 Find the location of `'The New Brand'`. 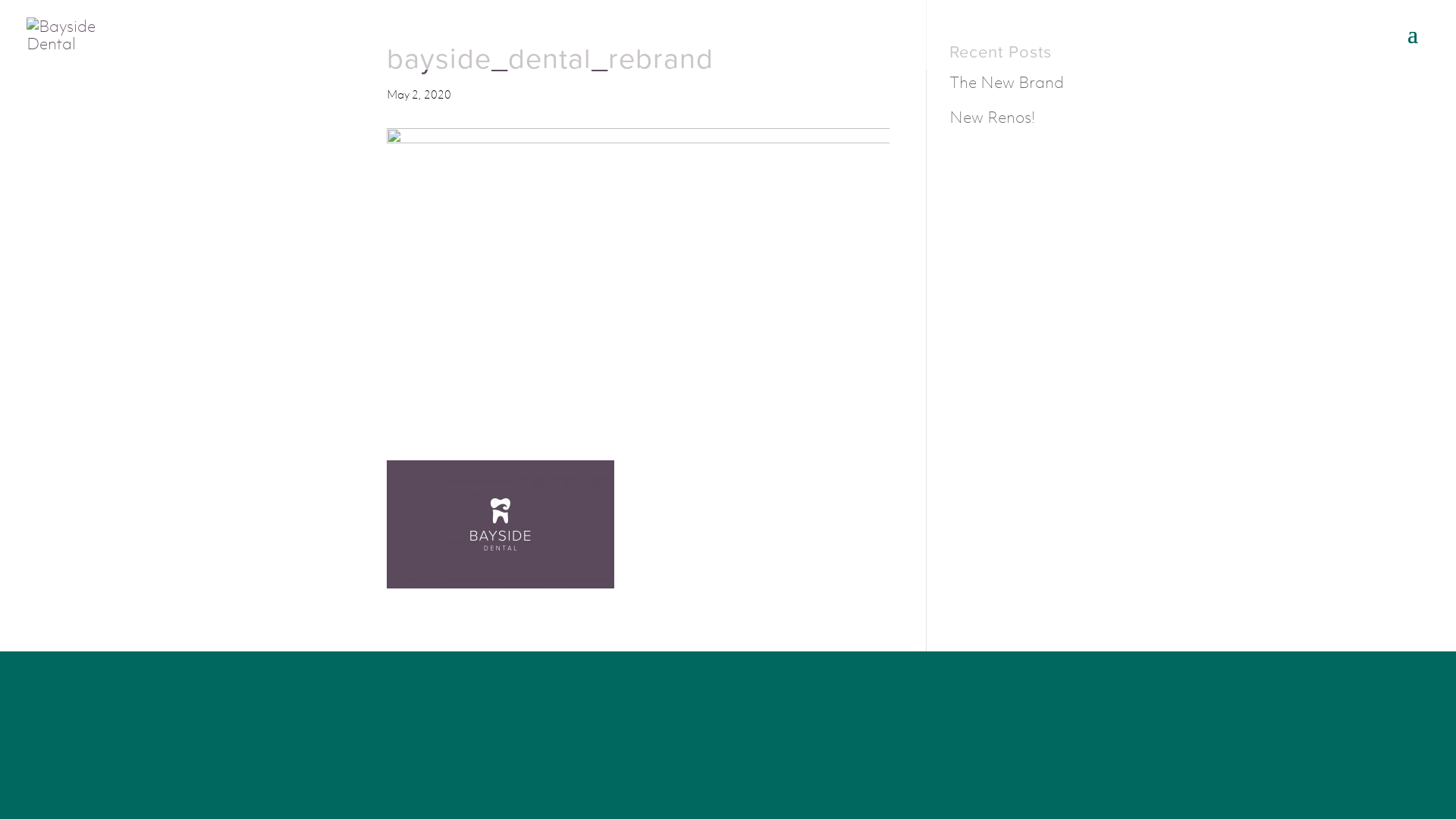

'The New Brand' is located at coordinates (1006, 82).